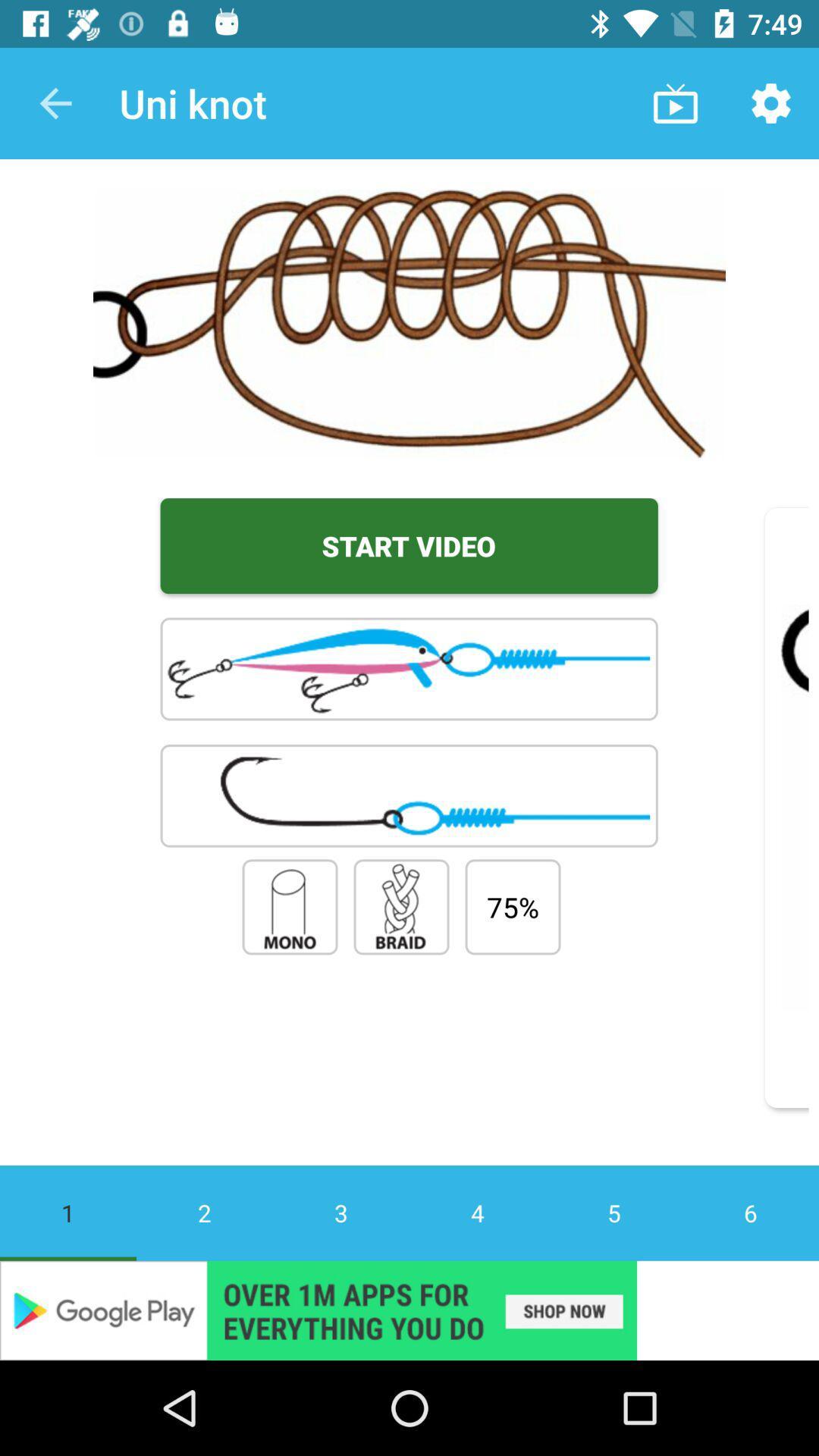 The image size is (819, 1456). I want to click on advertisement bar, so click(409, 1310).